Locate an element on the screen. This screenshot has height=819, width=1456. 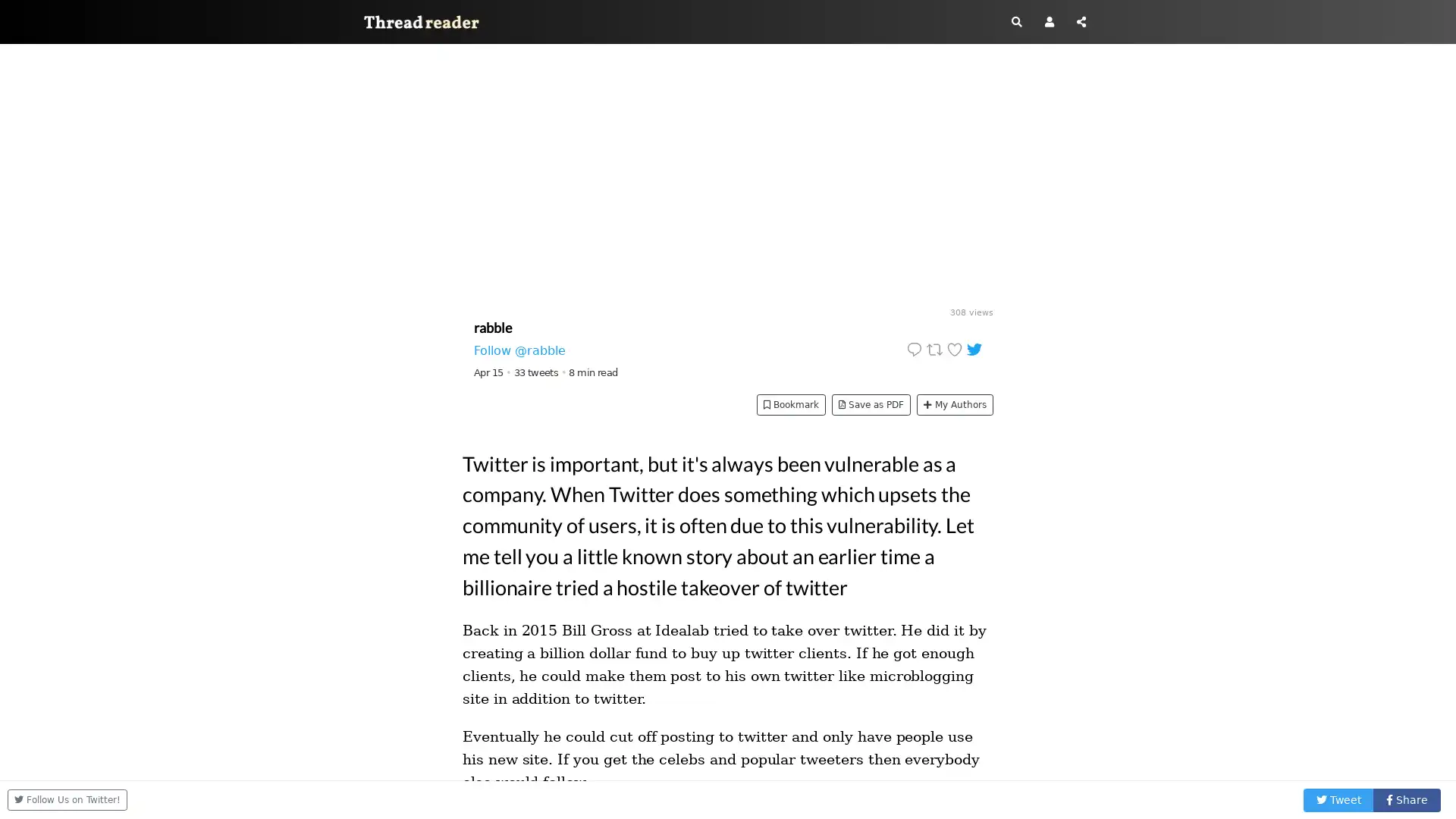
My Authors is located at coordinates (954, 403).